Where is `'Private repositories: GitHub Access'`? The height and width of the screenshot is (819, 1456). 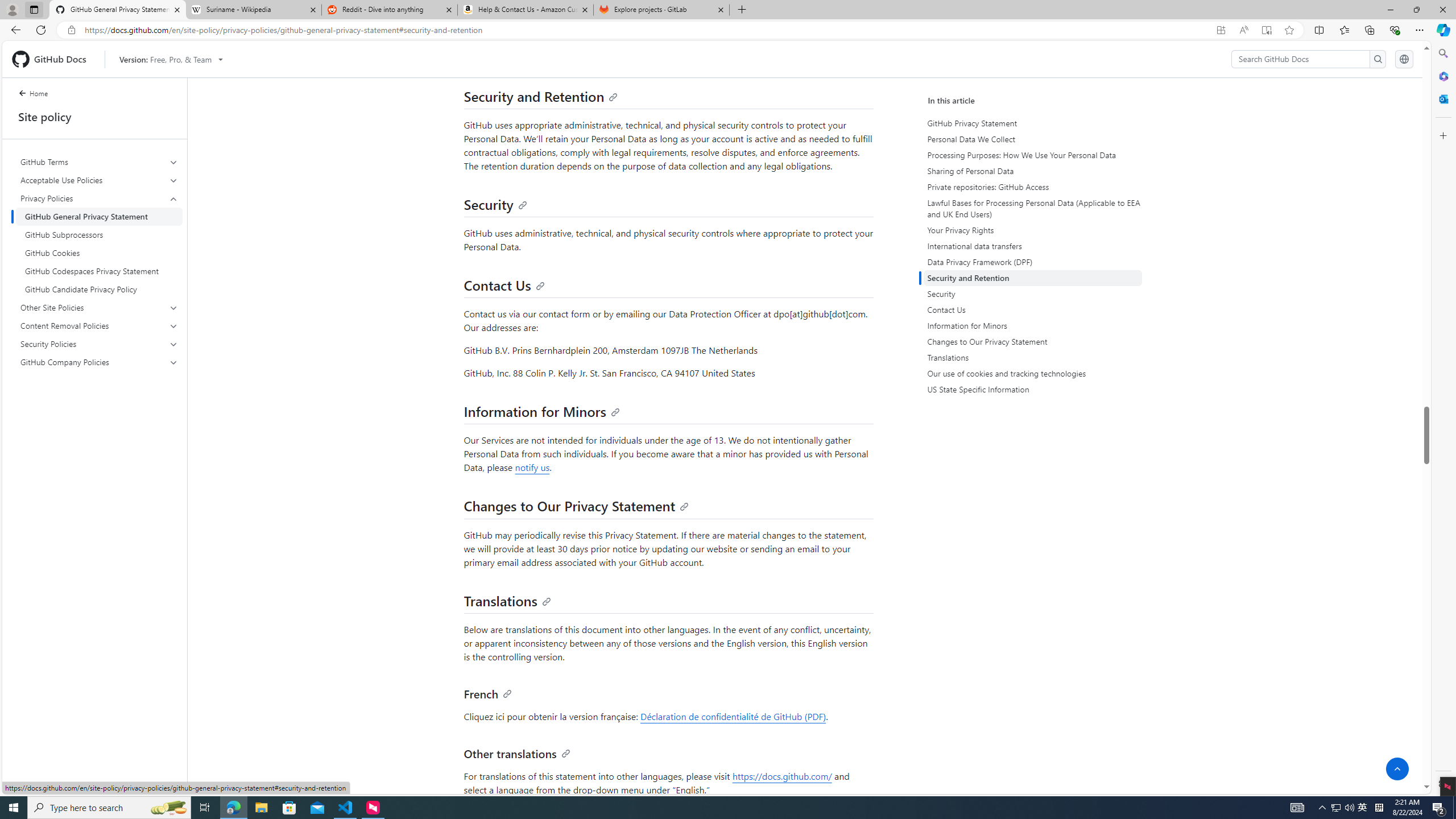
'Private repositories: GitHub Access' is located at coordinates (1032, 187).